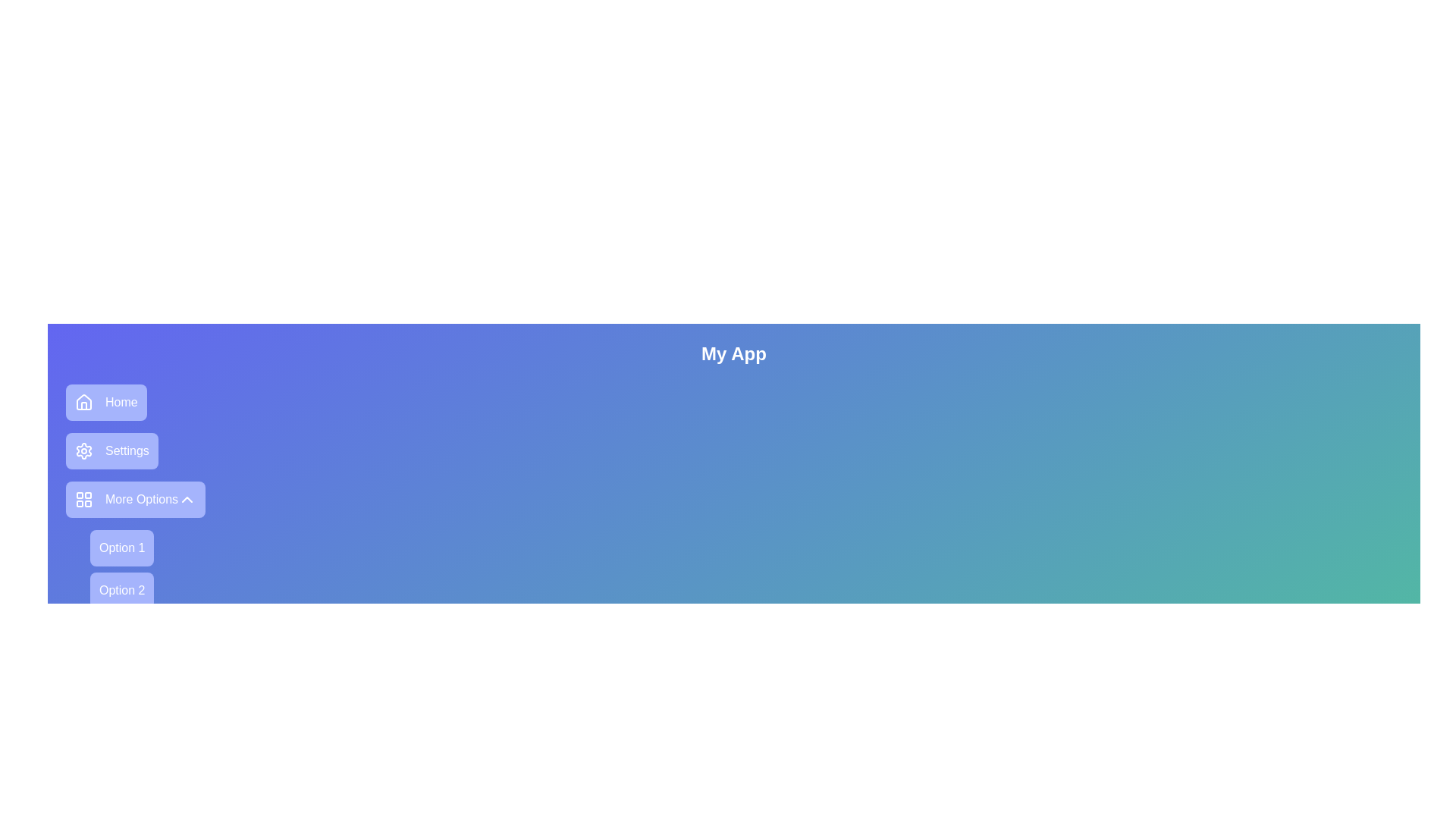 The width and height of the screenshot is (1456, 819). Describe the element at coordinates (83, 402) in the screenshot. I see `the Home icon located at the left of the 'Home' button` at that location.